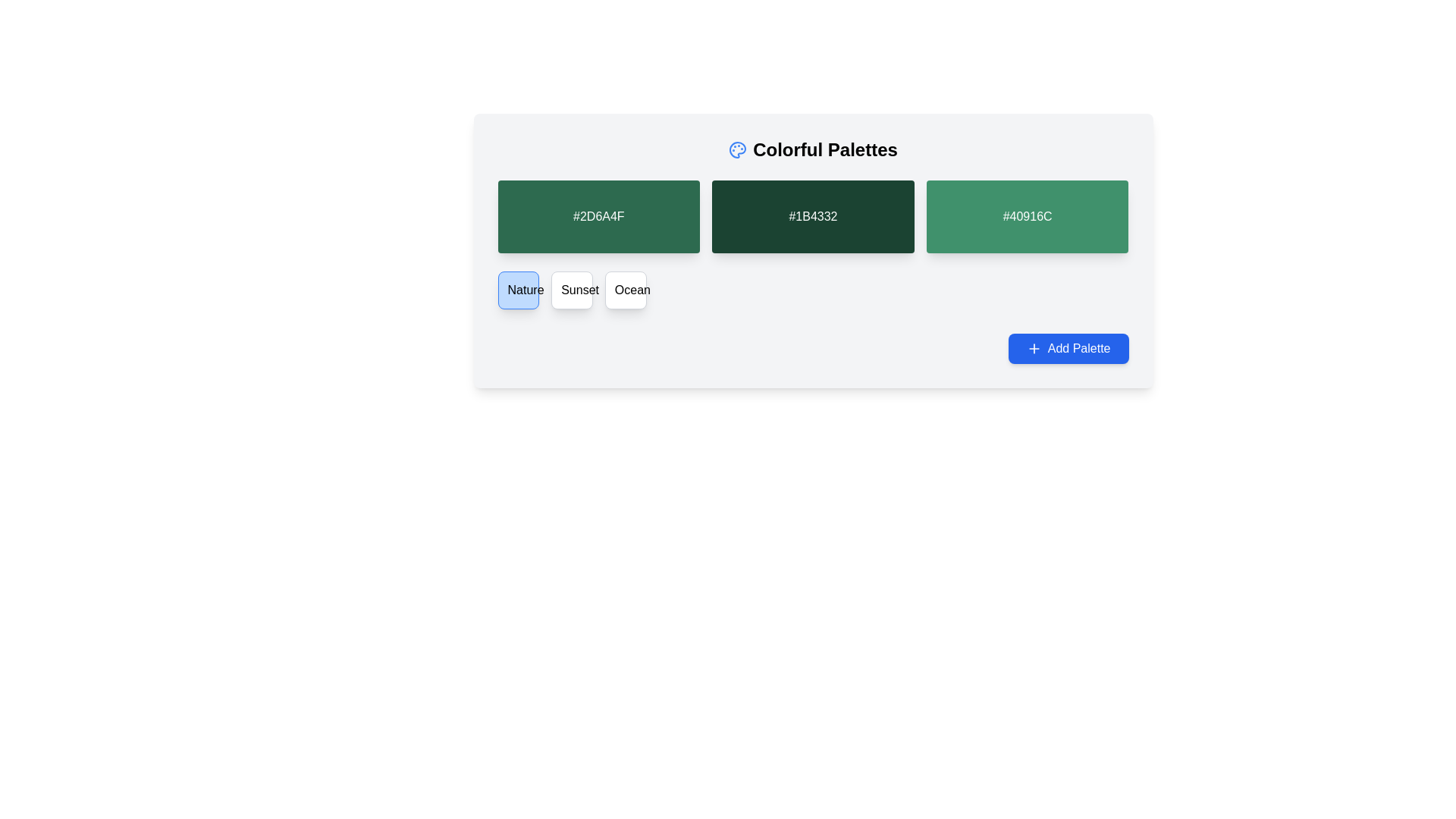 The width and height of the screenshot is (1456, 819). I want to click on the second color box from the left that displays a color code with white text on a dark green background to copy the color code, so click(812, 250).